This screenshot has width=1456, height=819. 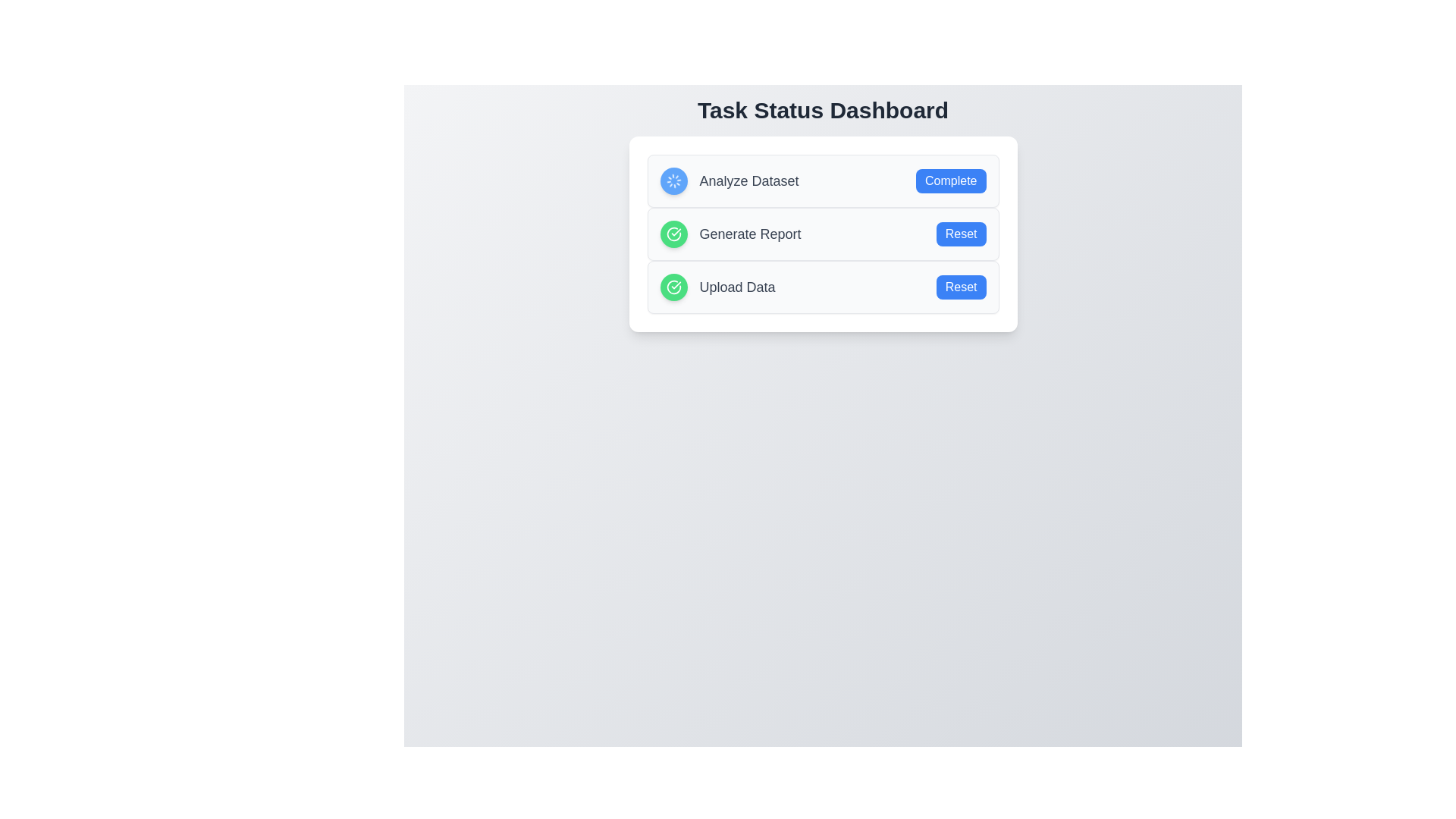 I want to click on the 'Generate Report' label with a circular green icon and a white check mark, which is the second item in the vertical stack of items, so click(x=730, y=234).